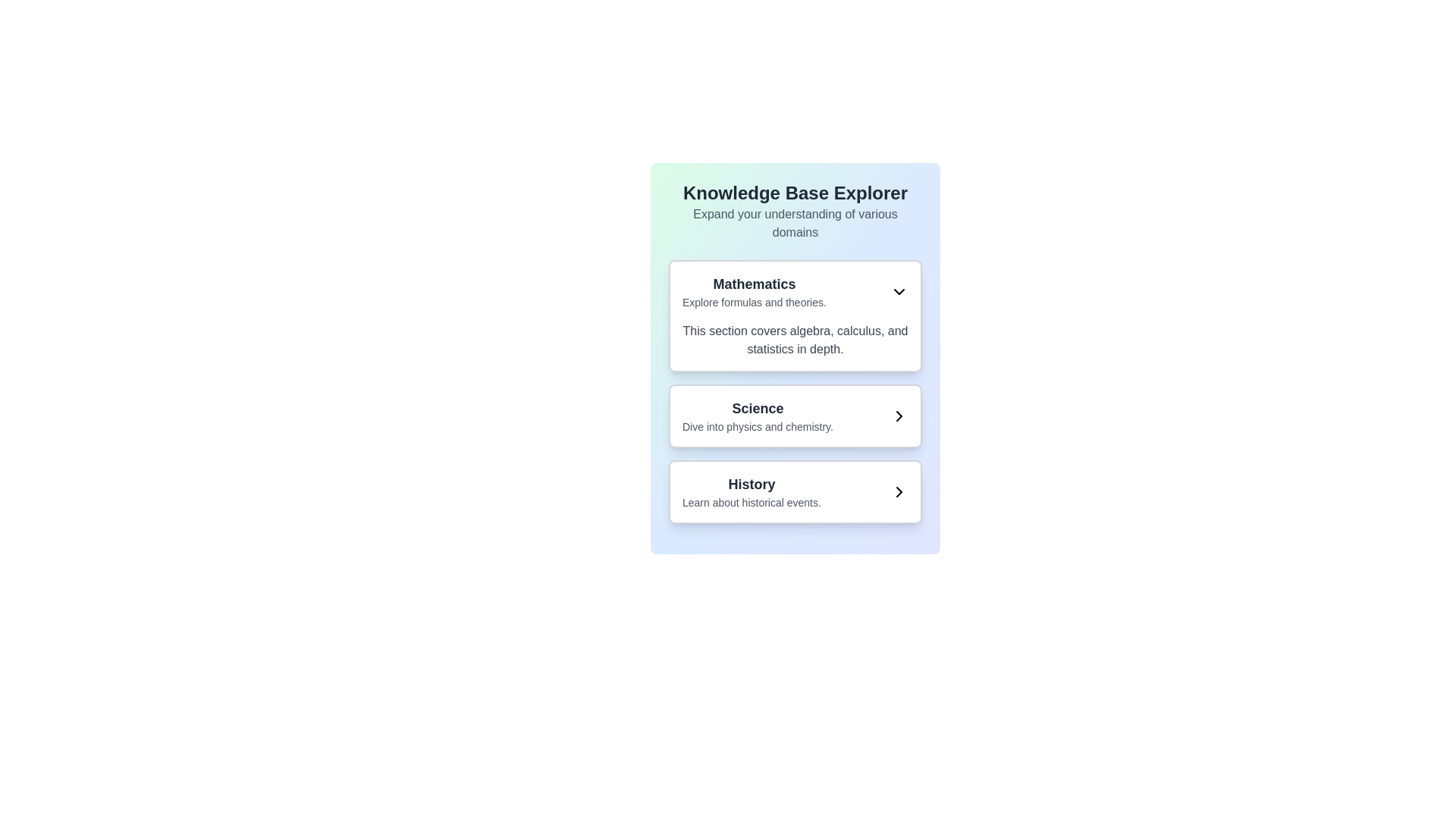 The height and width of the screenshot is (819, 1456). Describe the element at coordinates (899, 416) in the screenshot. I see `the rightward chevron arrow icon, which is styled with a minimalistic design and located to the right of the 'Science' section within the list of domain cards` at that location.